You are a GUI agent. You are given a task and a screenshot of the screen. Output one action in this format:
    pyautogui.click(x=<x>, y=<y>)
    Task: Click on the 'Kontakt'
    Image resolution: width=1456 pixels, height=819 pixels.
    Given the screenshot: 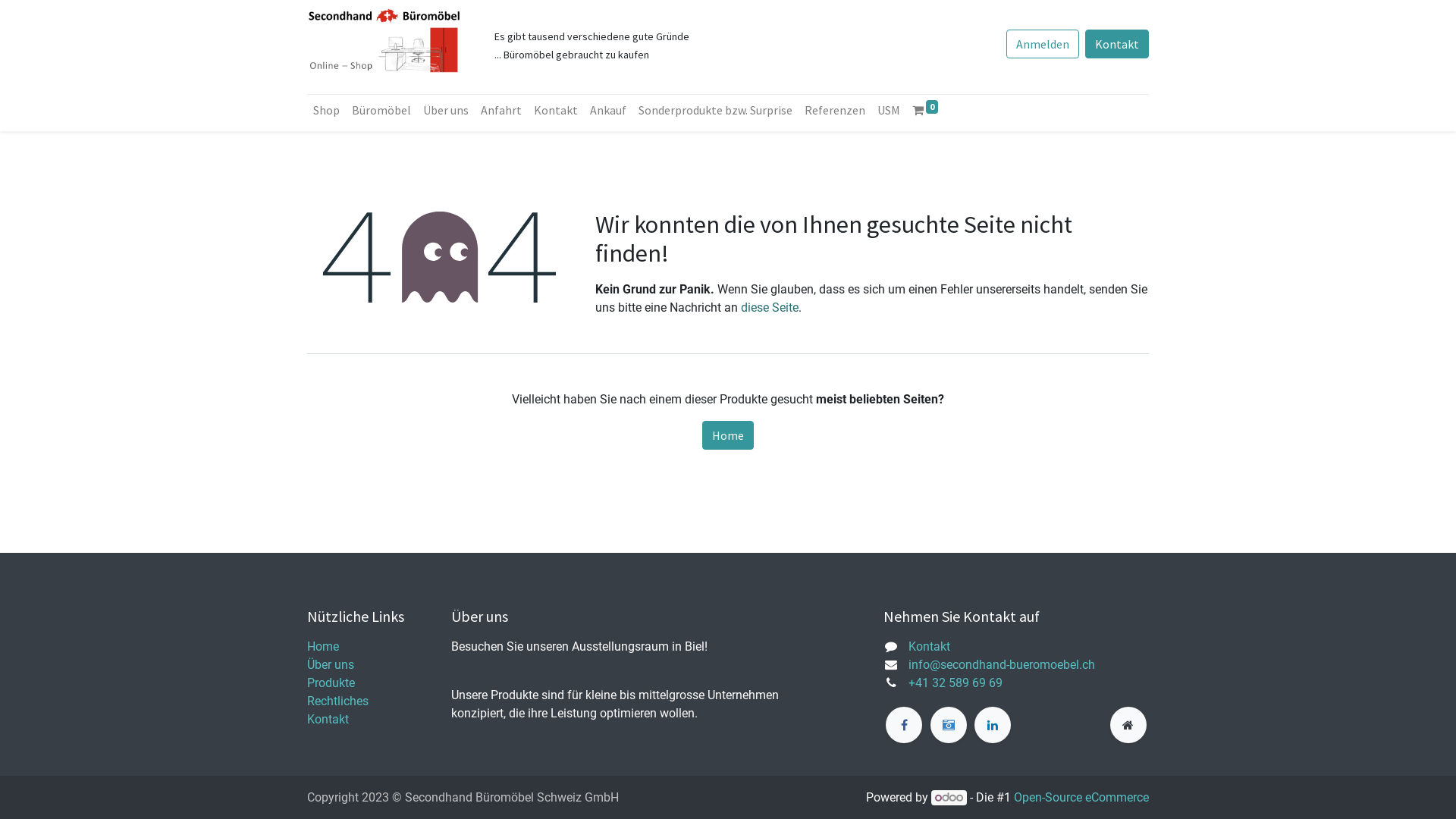 What is the action you would take?
    pyautogui.click(x=327, y=718)
    